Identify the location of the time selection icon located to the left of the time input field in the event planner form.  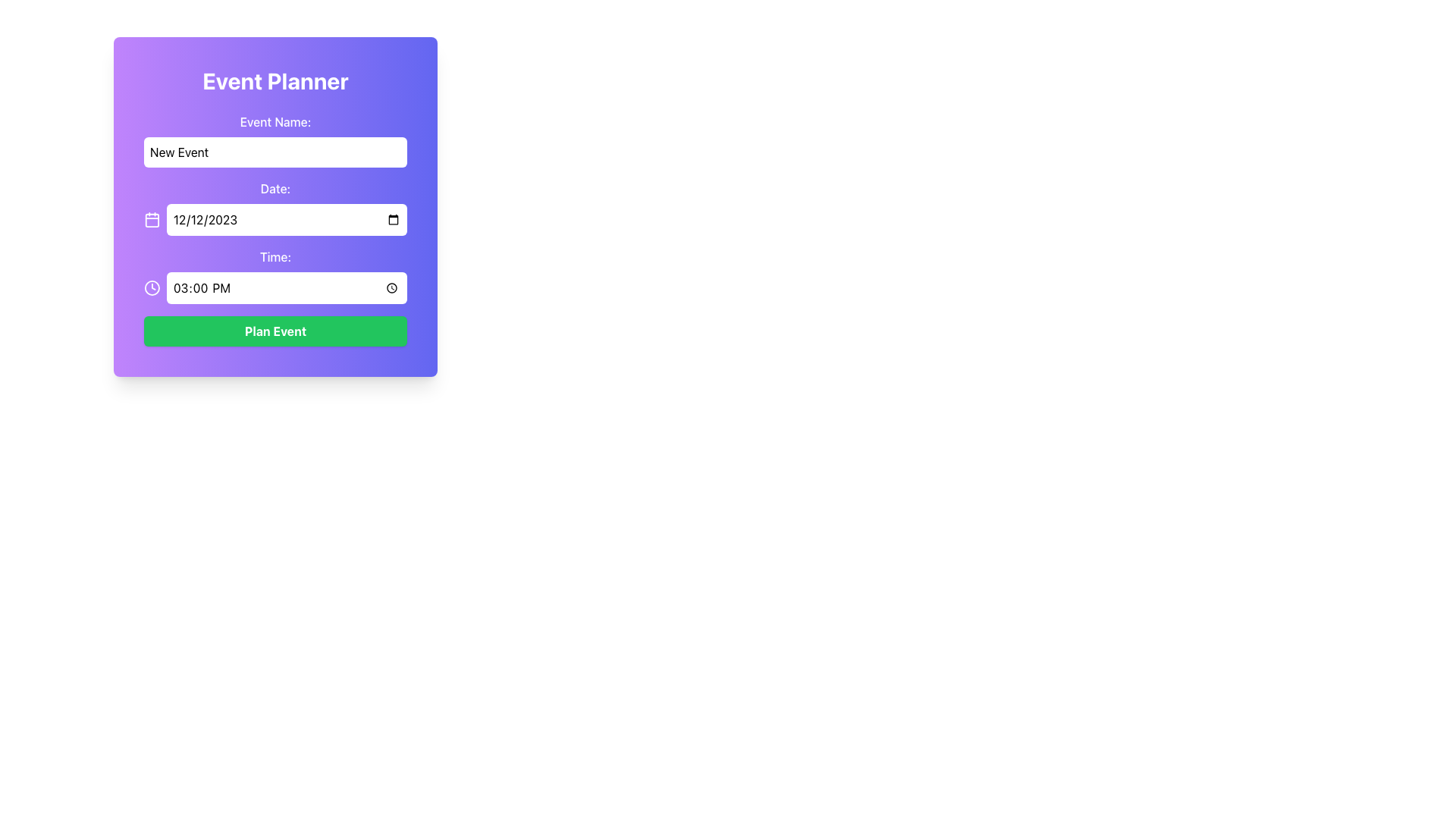
(152, 288).